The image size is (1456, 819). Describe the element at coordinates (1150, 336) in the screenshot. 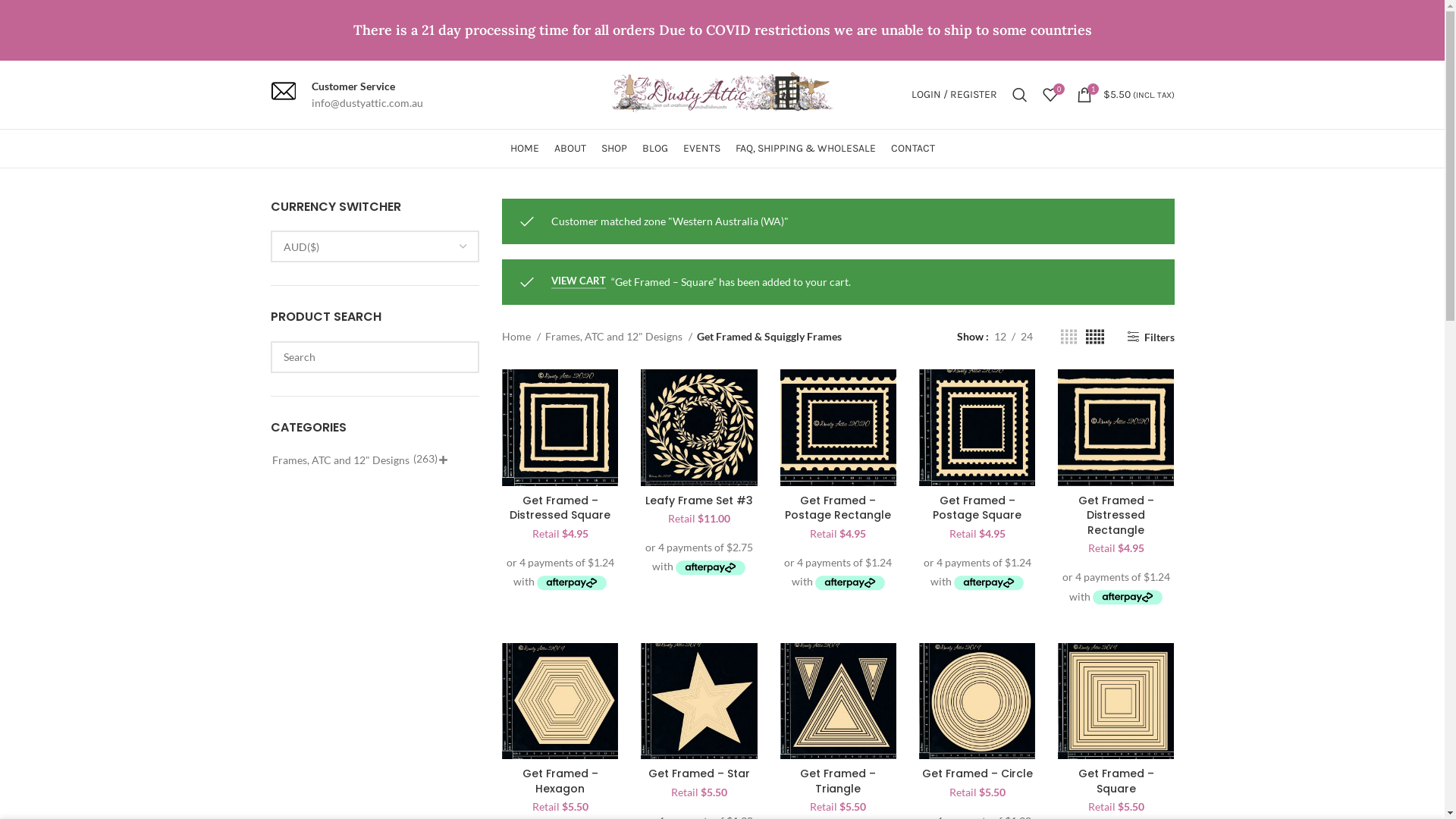

I see `'Filters'` at that location.